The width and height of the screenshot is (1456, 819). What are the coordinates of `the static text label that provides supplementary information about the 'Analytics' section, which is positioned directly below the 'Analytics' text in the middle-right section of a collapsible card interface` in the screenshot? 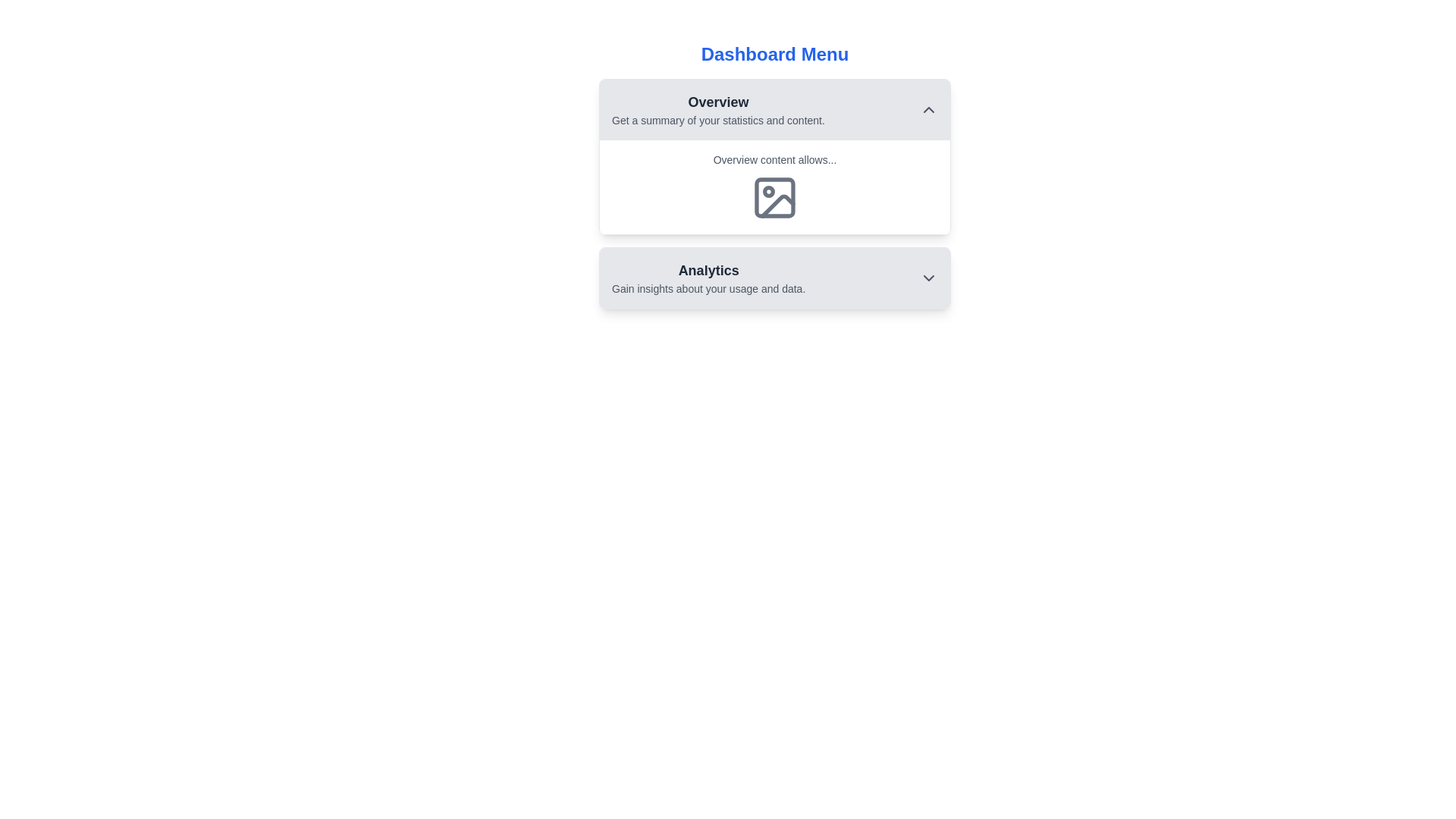 It's located at (708, 289).